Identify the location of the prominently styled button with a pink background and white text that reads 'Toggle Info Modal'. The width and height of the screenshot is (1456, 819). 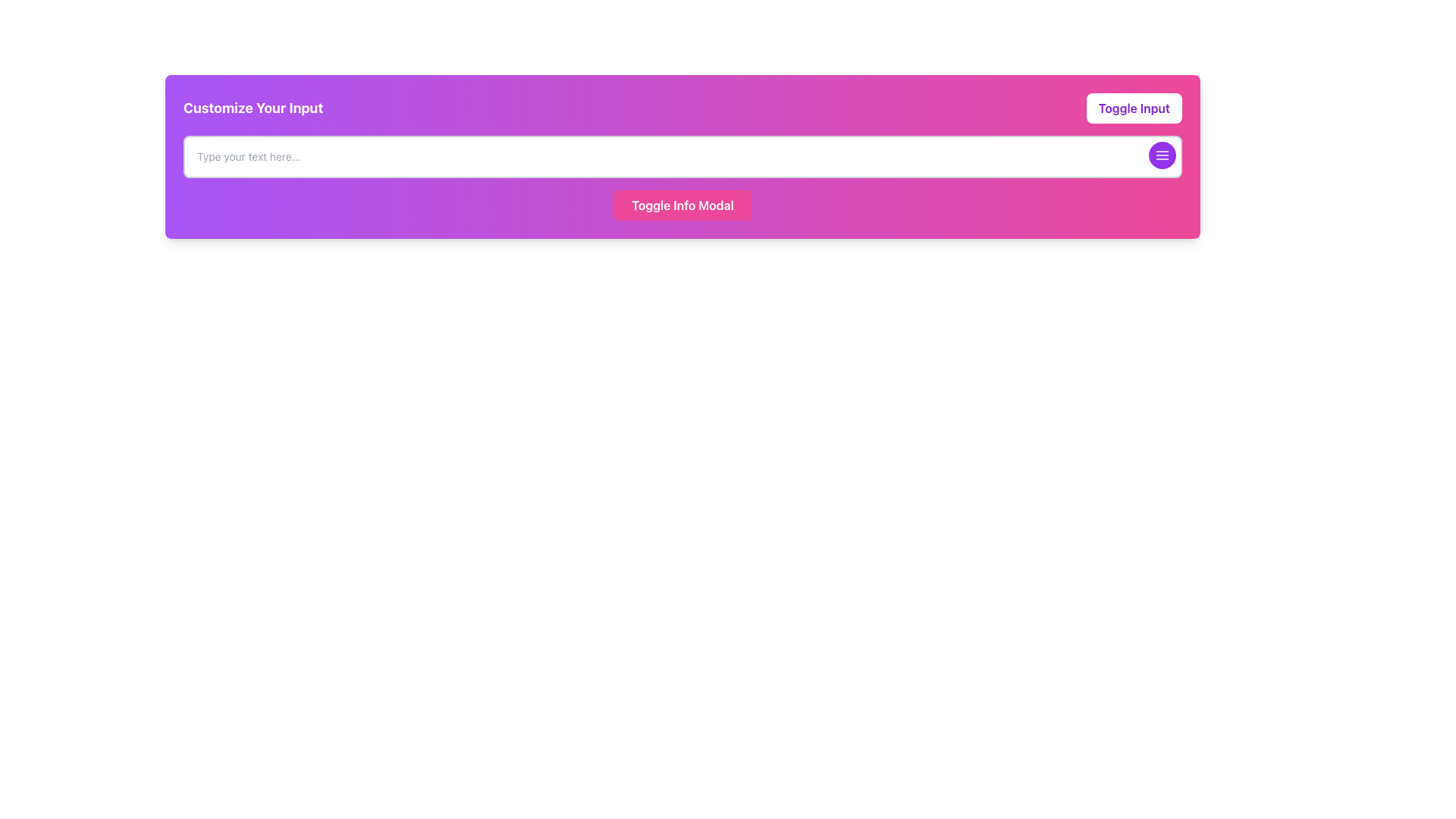
(682, 205).